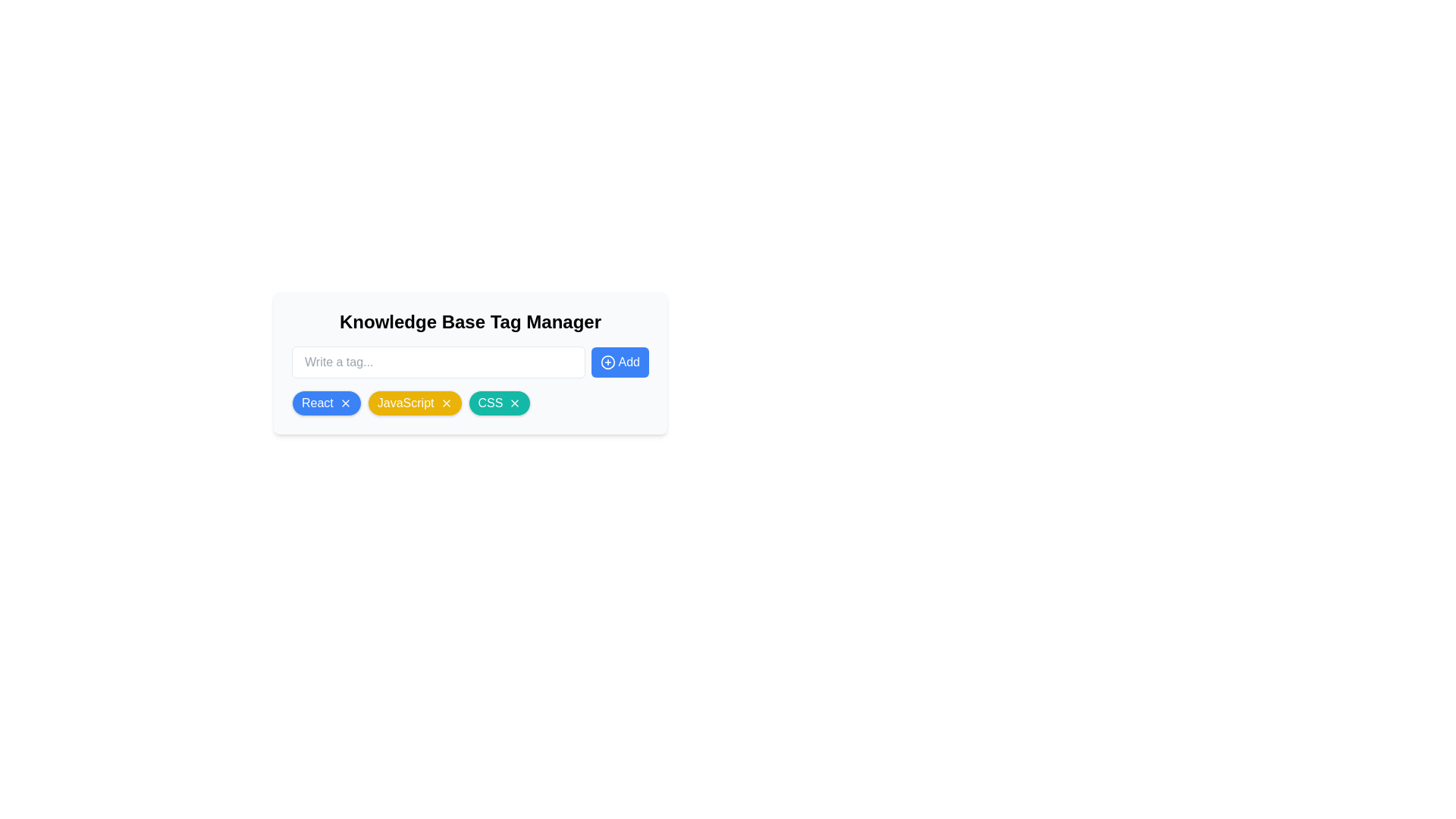 The image size is (1456, 819). What do you see at coordinates (469, 403) in the screenshot?
I see `the 'x' icon within the Tag group` at bounding box center [469, 403].